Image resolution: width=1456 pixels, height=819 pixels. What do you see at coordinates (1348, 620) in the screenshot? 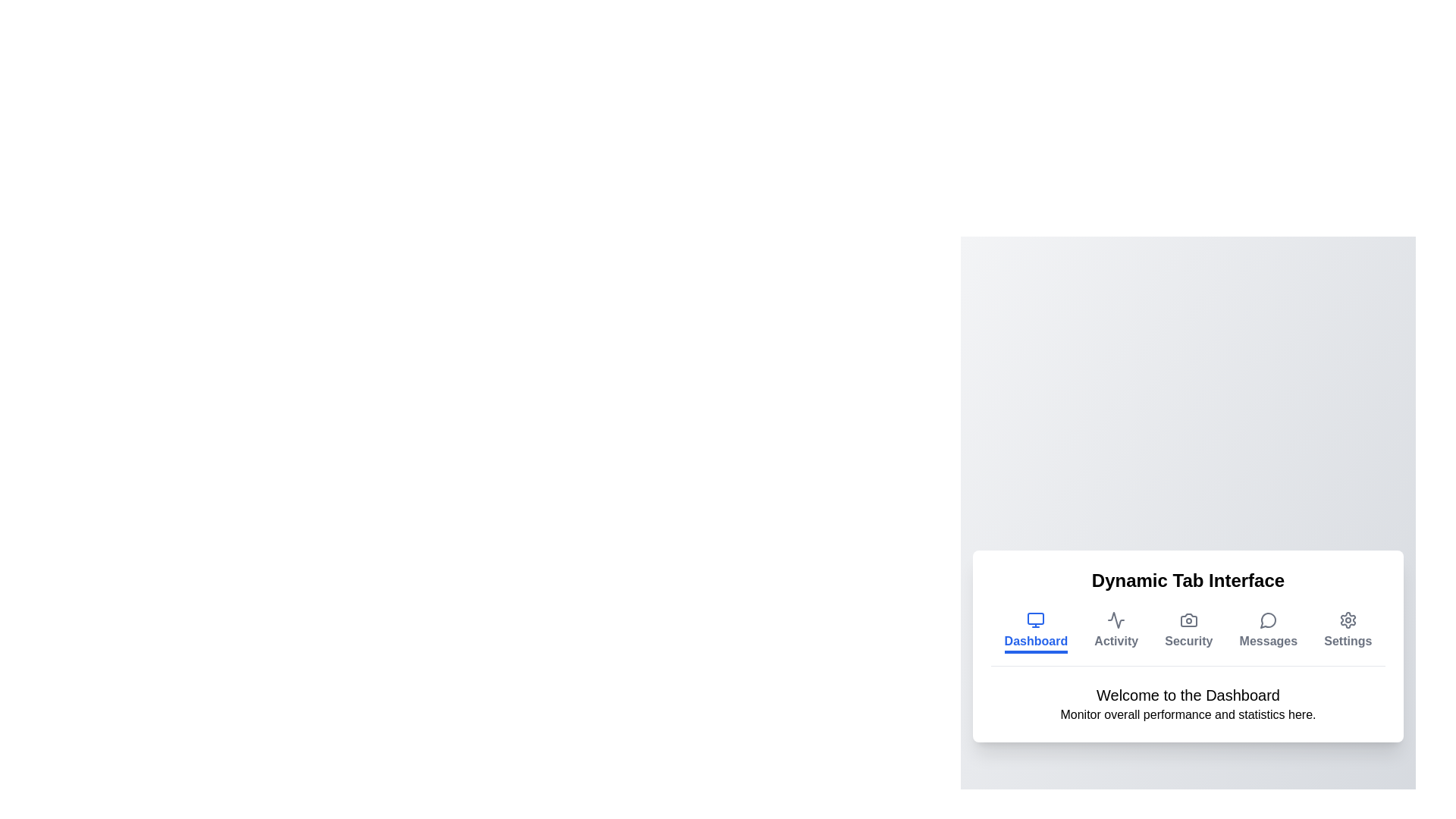
I see `the gear icon button for settings, which is the fifth icon from the left under the 'Settings' label` at bounding box center [1348, 620].